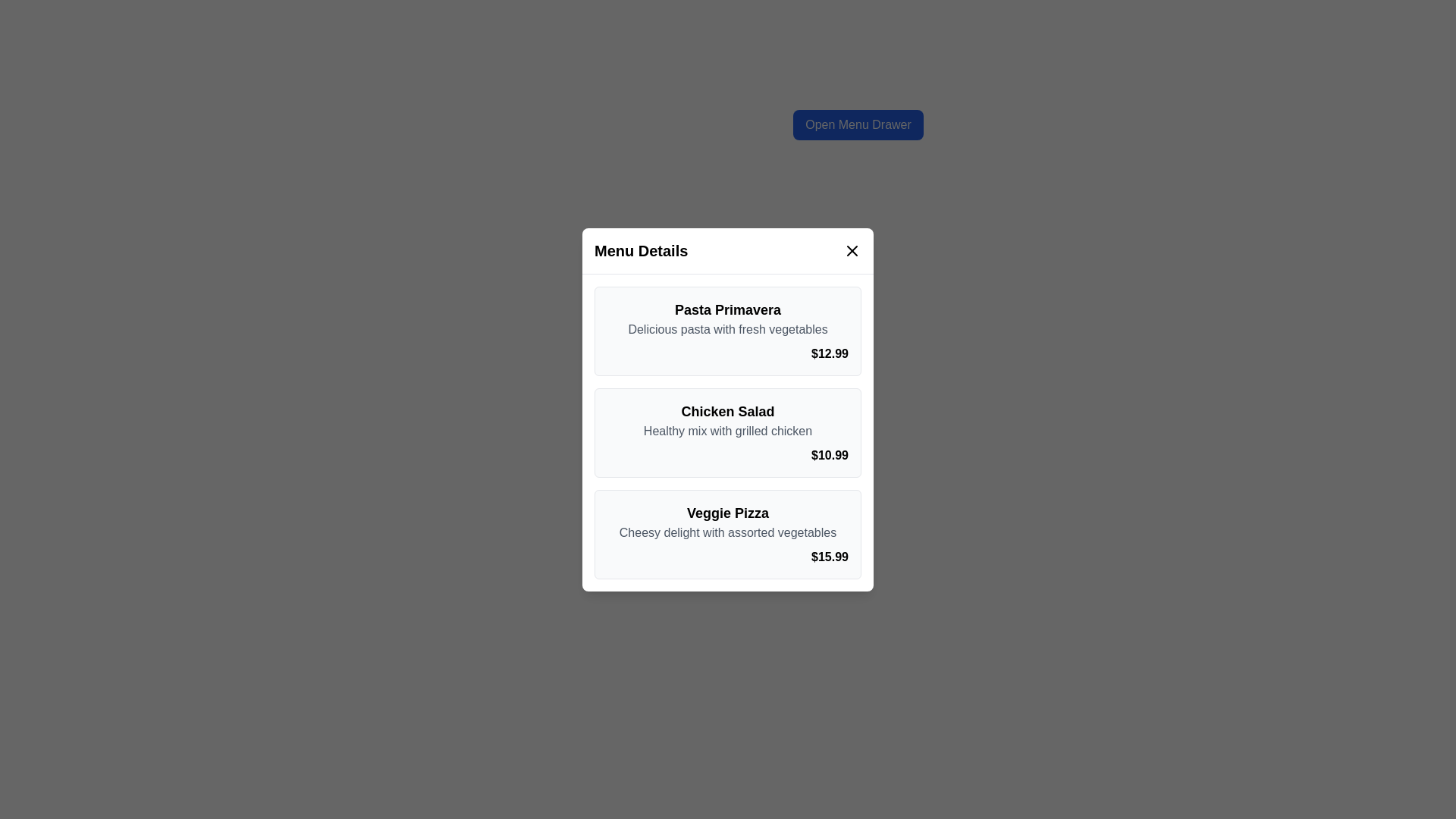  I want to click on the bold 'Veggie Pizza' title header located in the upper section of the bottom-most menu item card, so click(728, 512).